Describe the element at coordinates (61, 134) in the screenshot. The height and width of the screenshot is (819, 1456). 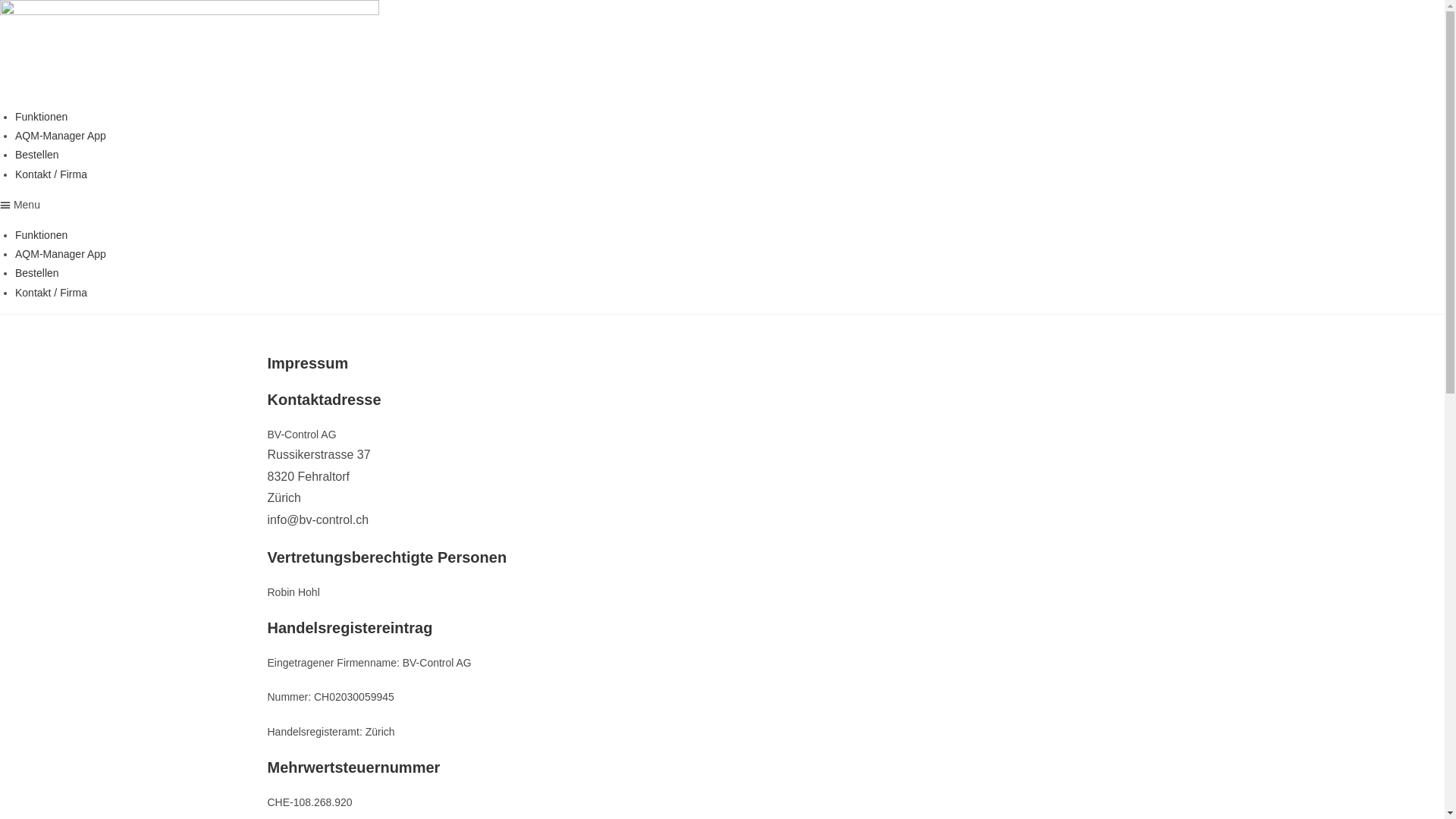
I see `'AQM-Manager App'` at that location.